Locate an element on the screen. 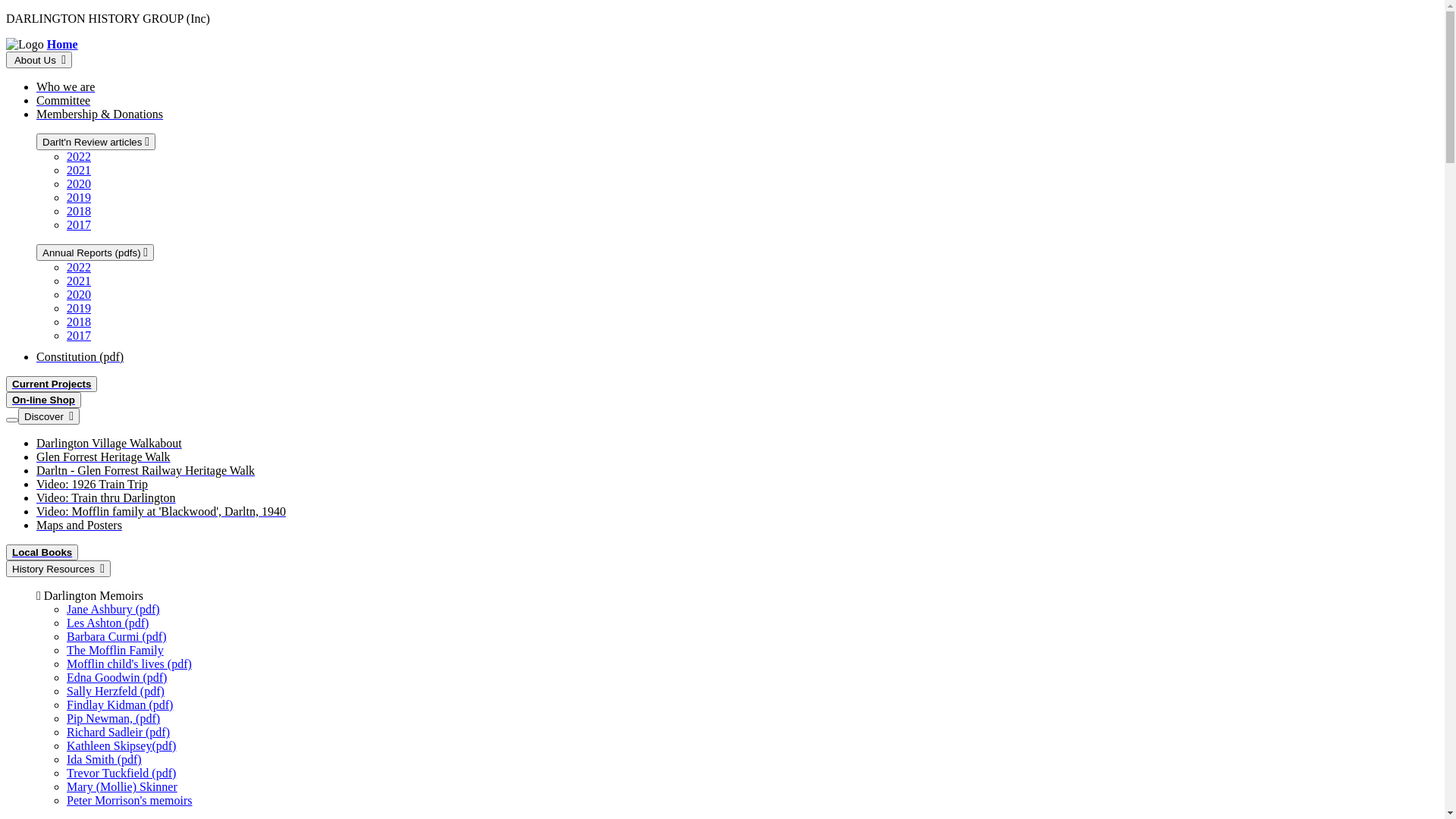 The height and width of the screenshot is (819, 1456). '2018' is located at coordinates (78, 211).